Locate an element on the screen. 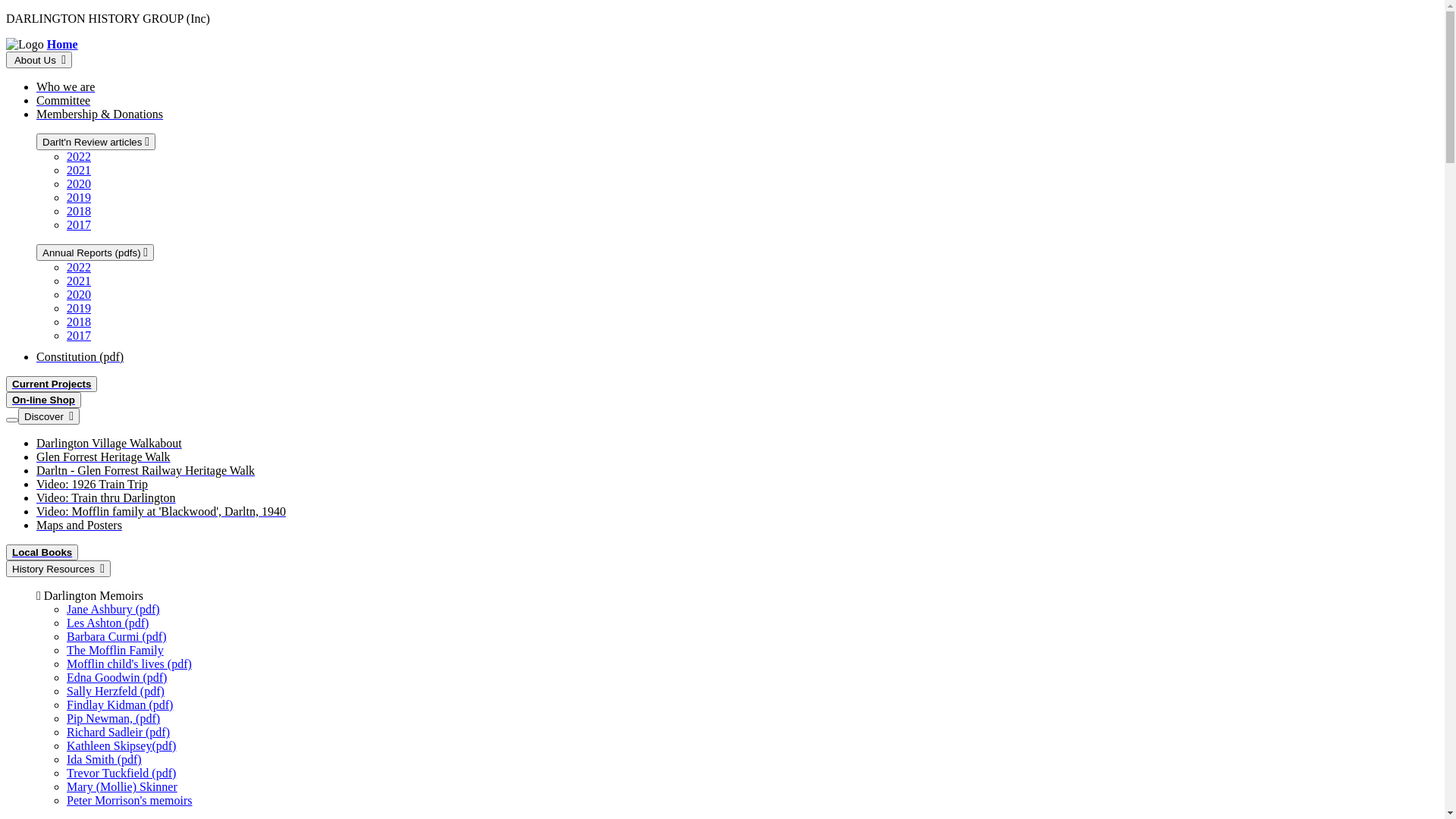 The height and width of the screenshot is (819, 1456). '2018' is located at coordinates (78, 211).